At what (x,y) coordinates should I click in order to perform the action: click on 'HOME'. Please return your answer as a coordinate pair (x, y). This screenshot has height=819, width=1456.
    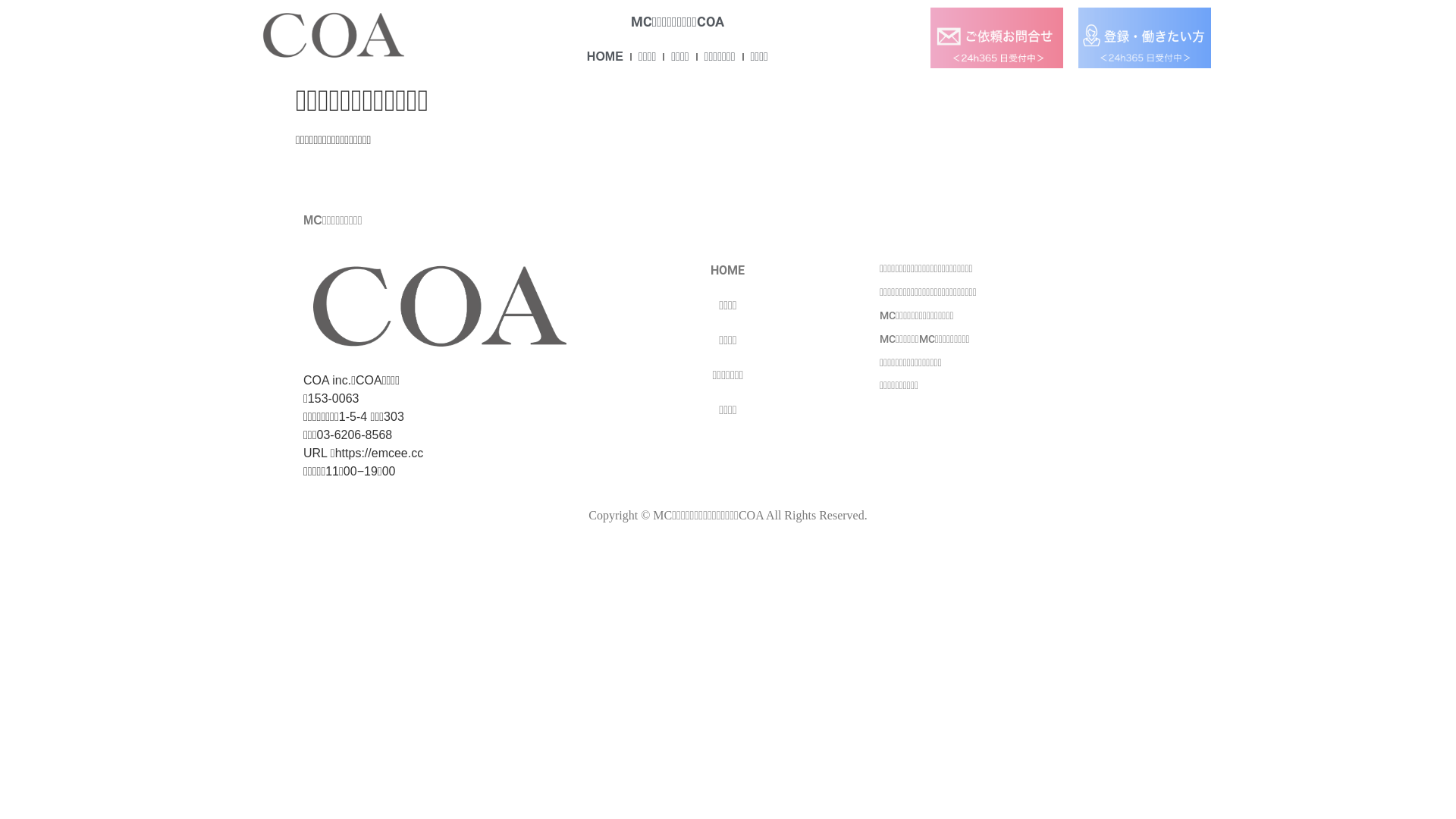
    Looking at the image, I should click on (728, 270).